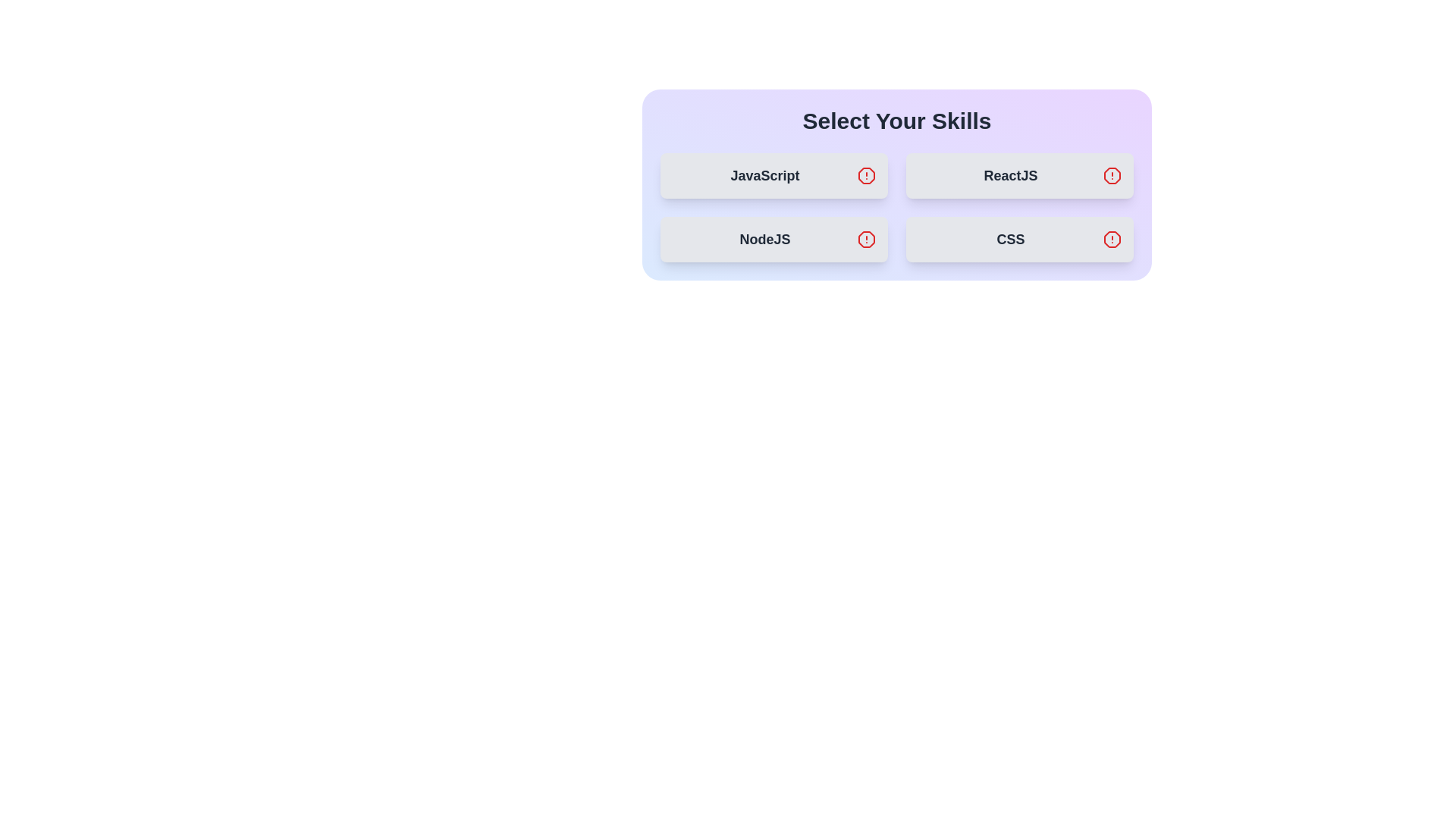  I want to click on the heading text 'Select Your Skills' by clicking on it, so click(896, 120).